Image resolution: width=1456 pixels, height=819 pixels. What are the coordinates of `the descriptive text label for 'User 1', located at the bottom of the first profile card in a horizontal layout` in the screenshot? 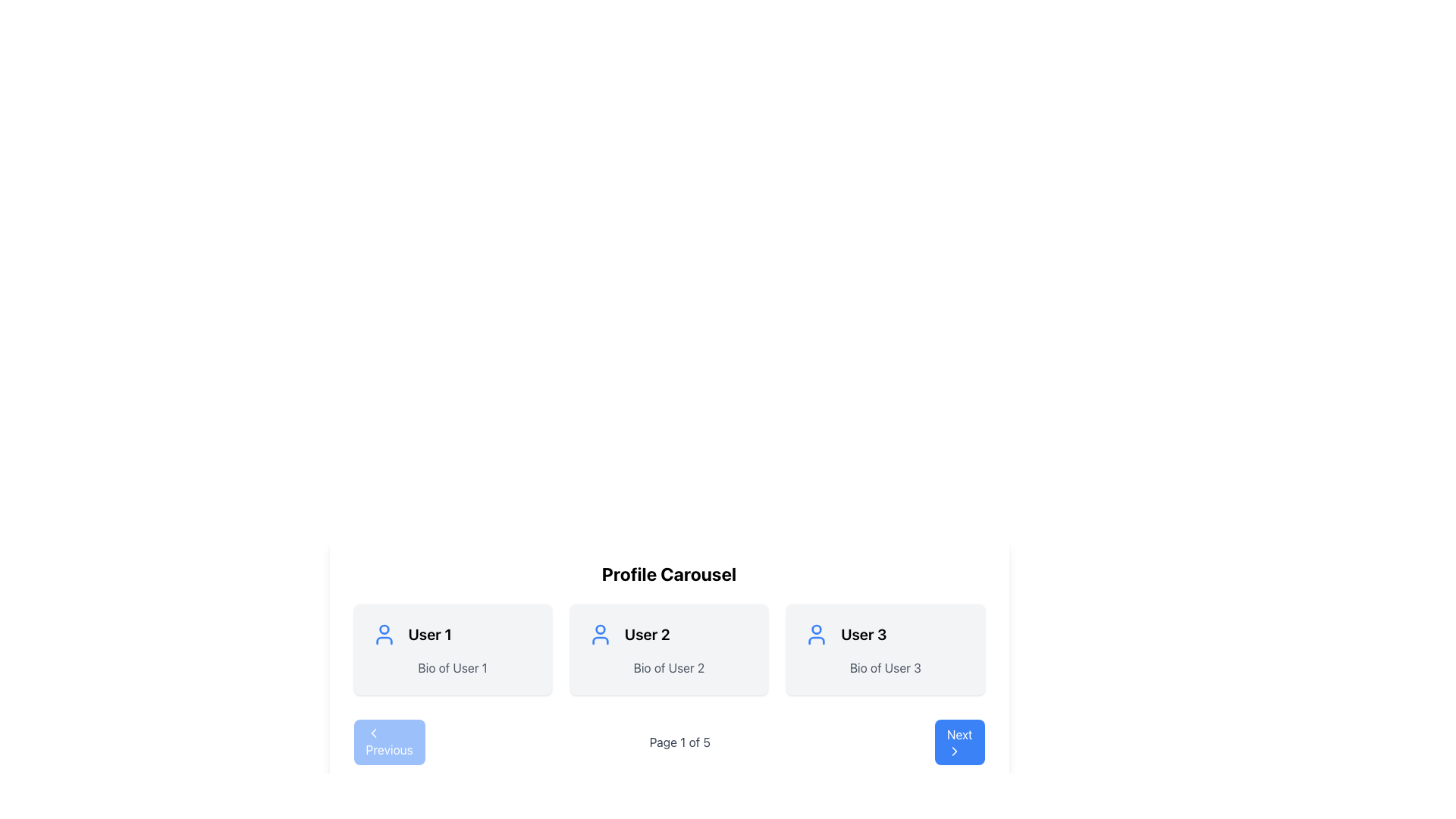 It's located at (452, 667).